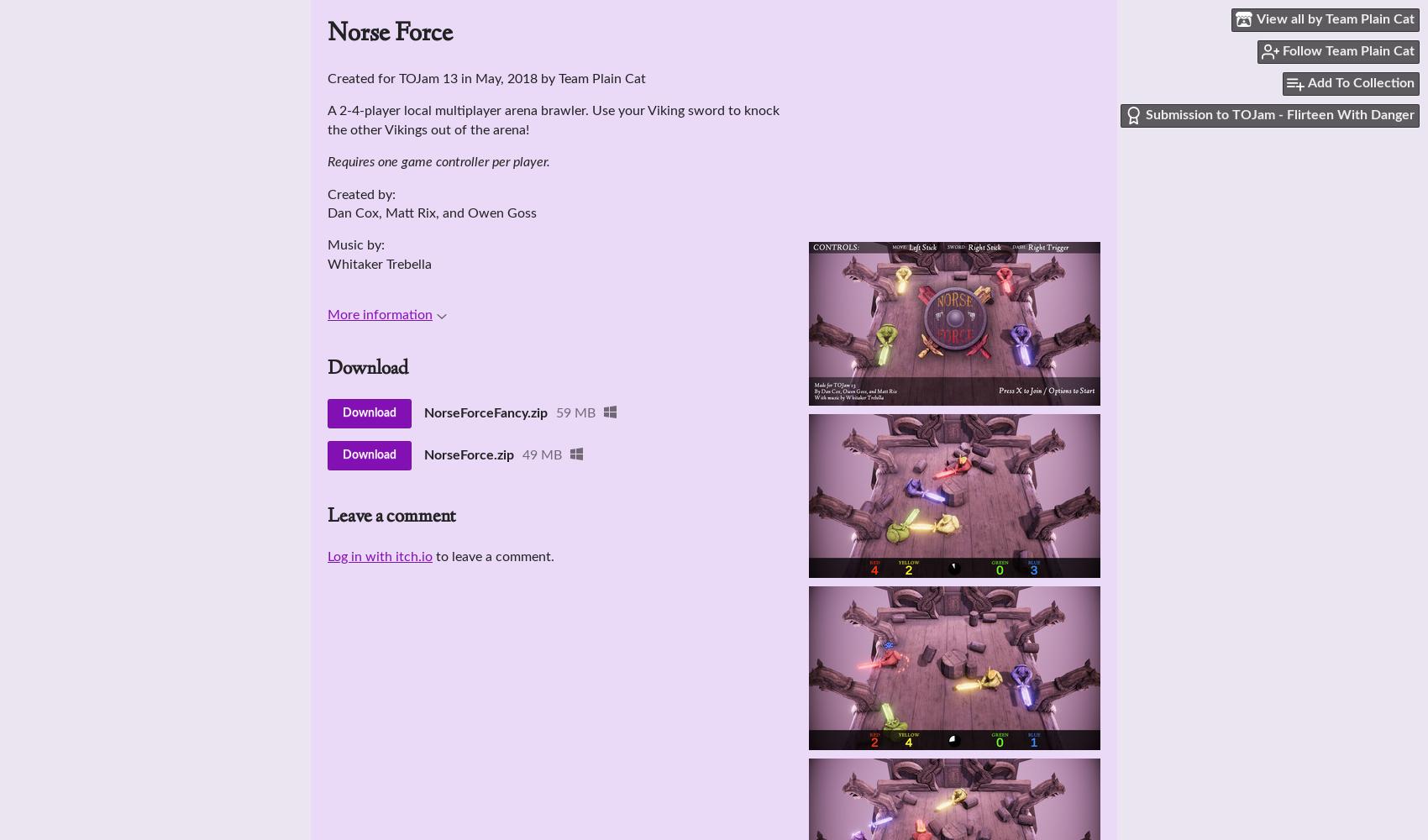  What do you see at coordinates (1308, 82) in the screenshot?
I see `'Add To Collection'` at bounding box center [1308, 82].